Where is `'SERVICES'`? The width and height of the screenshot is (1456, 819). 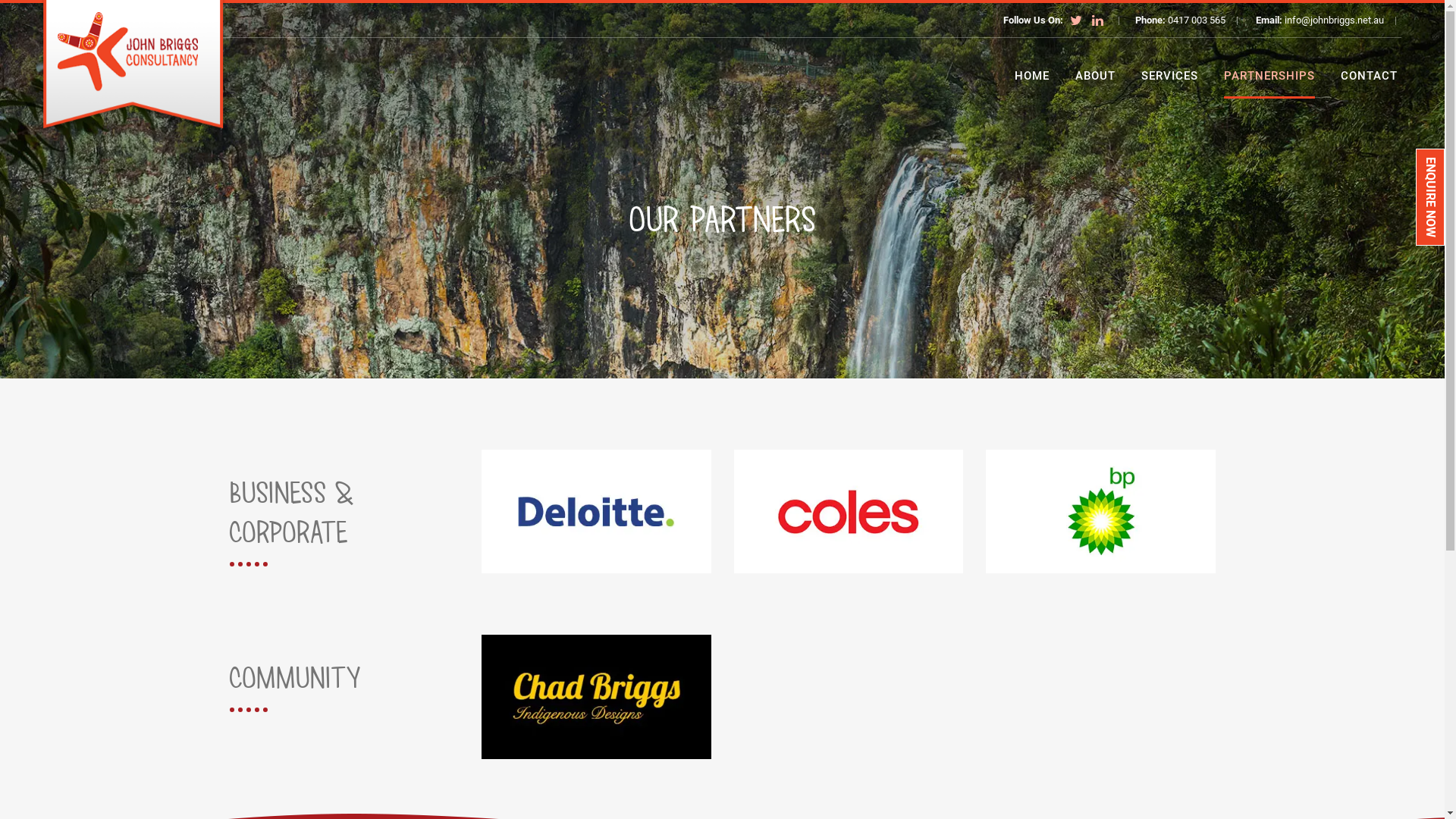
'SERVICES' is located at coordinates (1169, 76).